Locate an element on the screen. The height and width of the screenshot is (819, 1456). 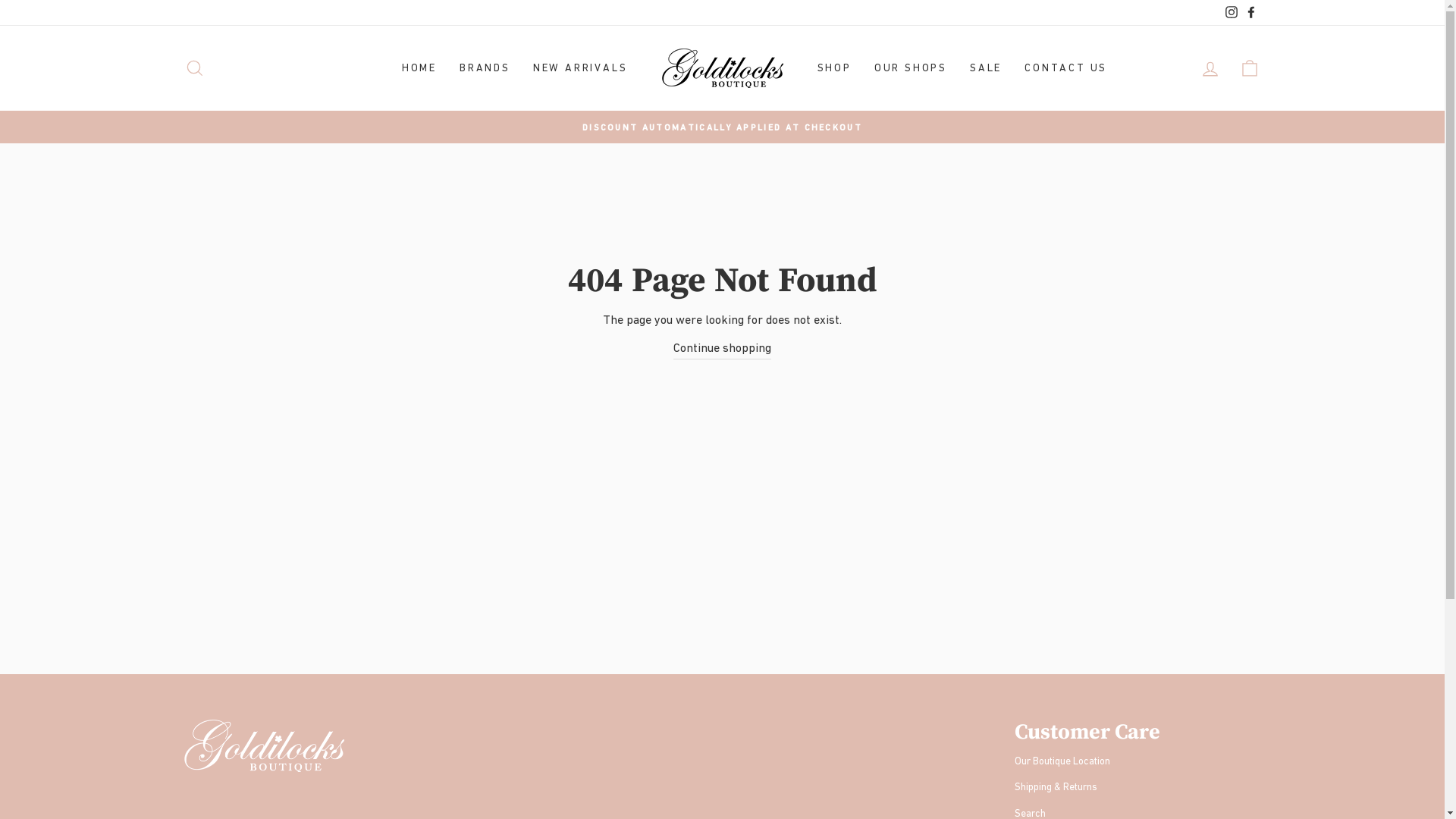
'SEARCH' is located at coordinates (193, 68).